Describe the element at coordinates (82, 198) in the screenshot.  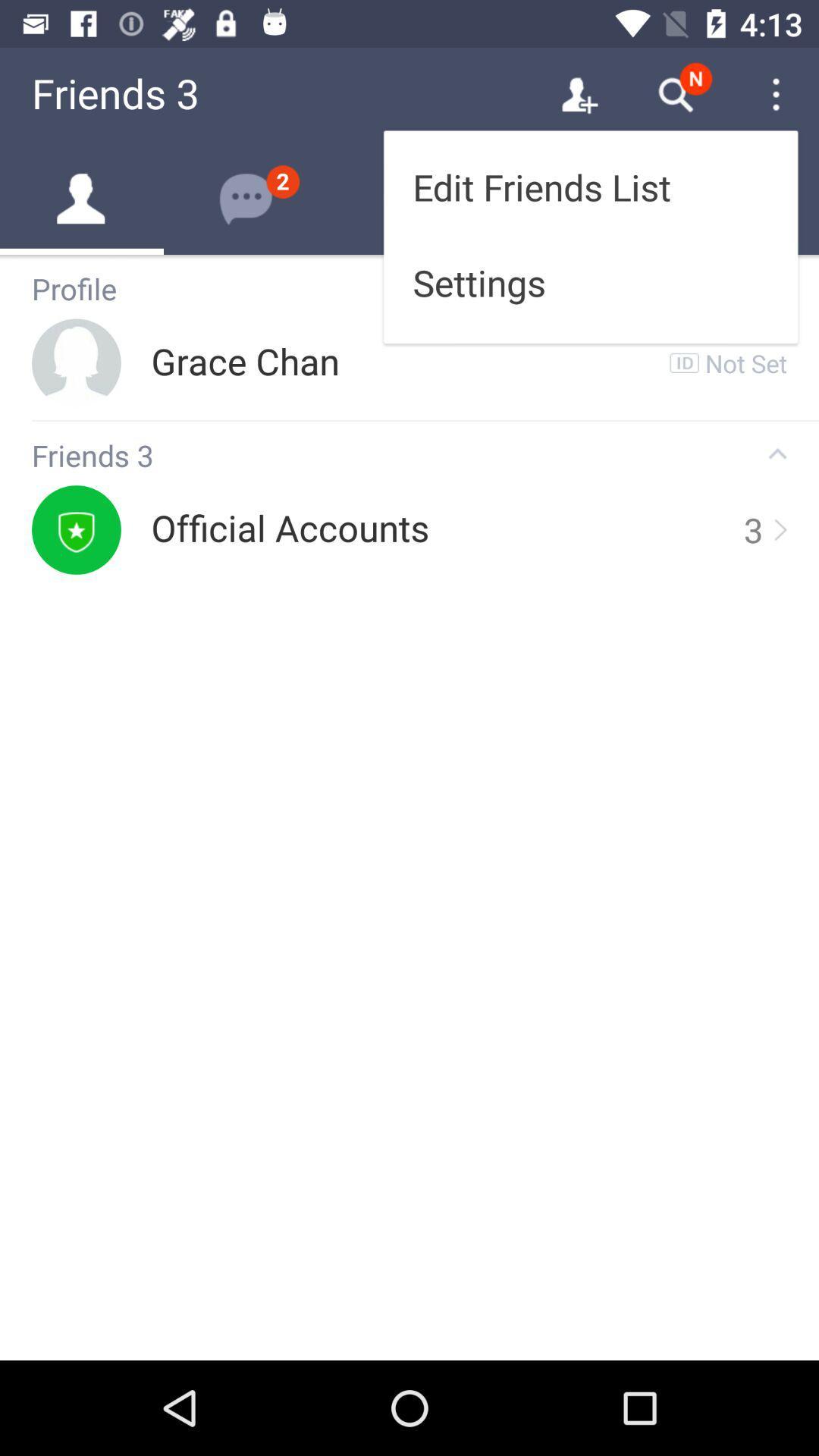
I see `the avatar icon` at that location.